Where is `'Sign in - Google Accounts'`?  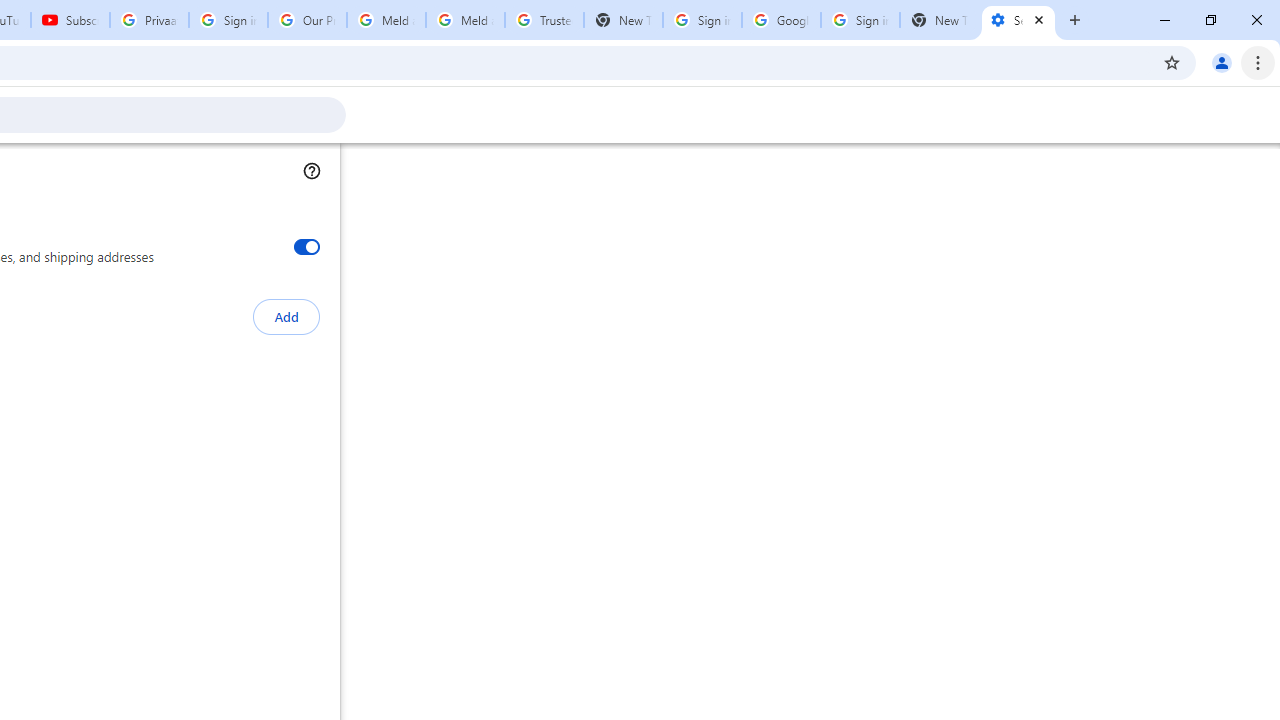 'Sign in - Google Accounts' is located at coordinates (702, 20).